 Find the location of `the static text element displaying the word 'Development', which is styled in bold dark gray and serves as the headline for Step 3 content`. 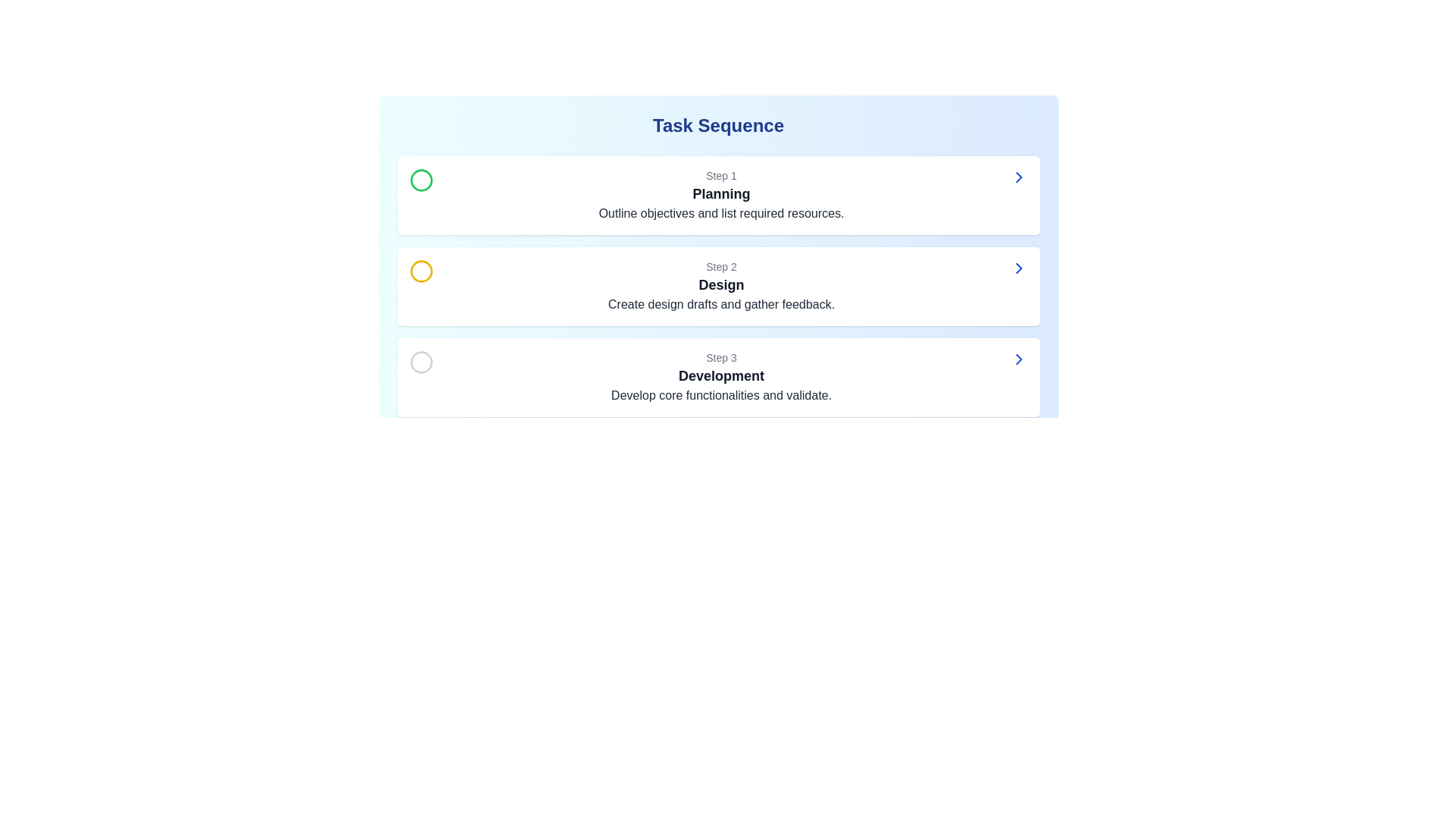

the static text element displaying the word 'Development', which is styled in bold dark gray and serves as the headline for Step 3 content is located at coordinates (720, 375).